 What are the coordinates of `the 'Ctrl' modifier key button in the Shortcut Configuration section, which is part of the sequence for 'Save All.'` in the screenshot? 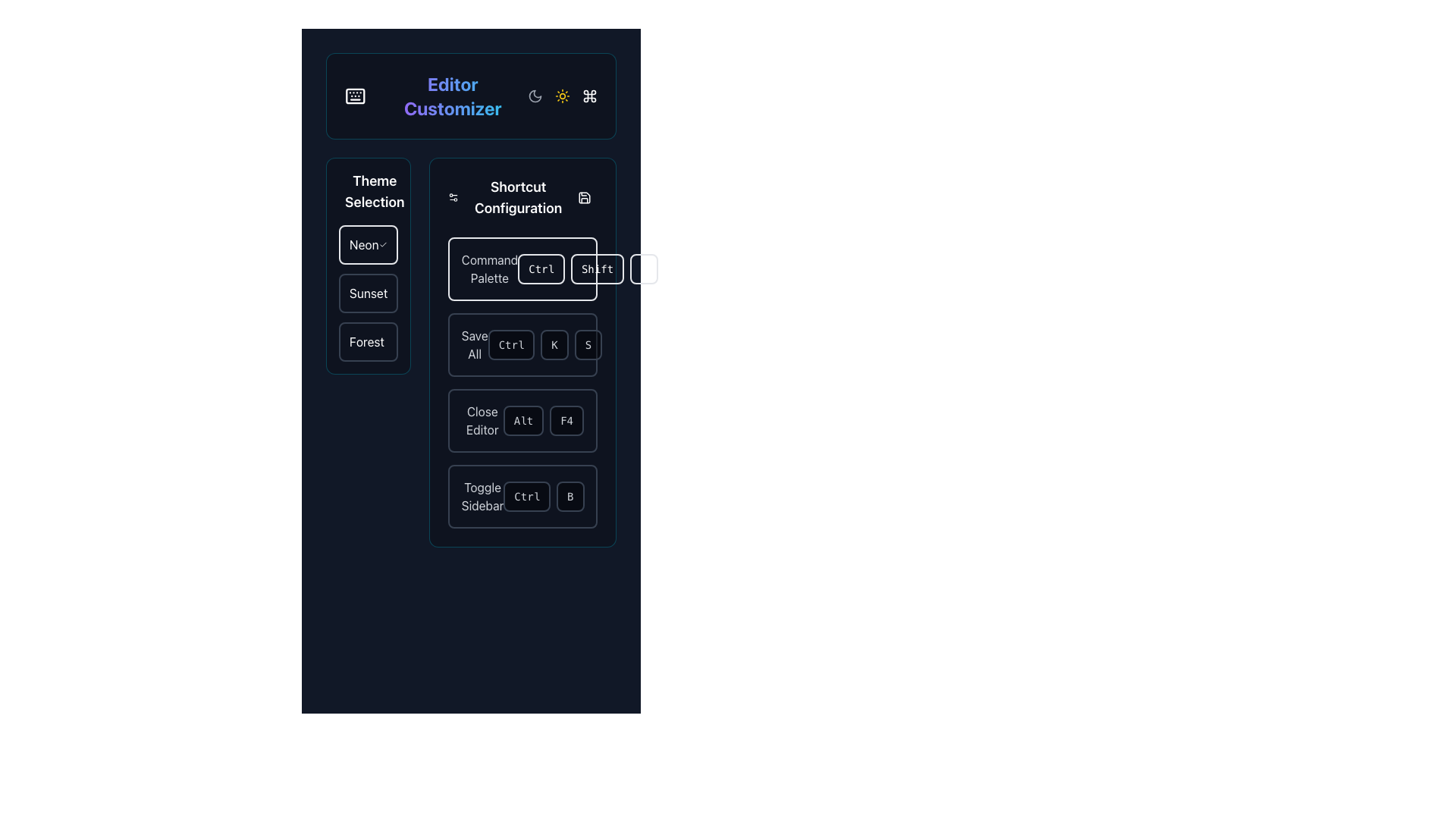 It's located at (511, 345).